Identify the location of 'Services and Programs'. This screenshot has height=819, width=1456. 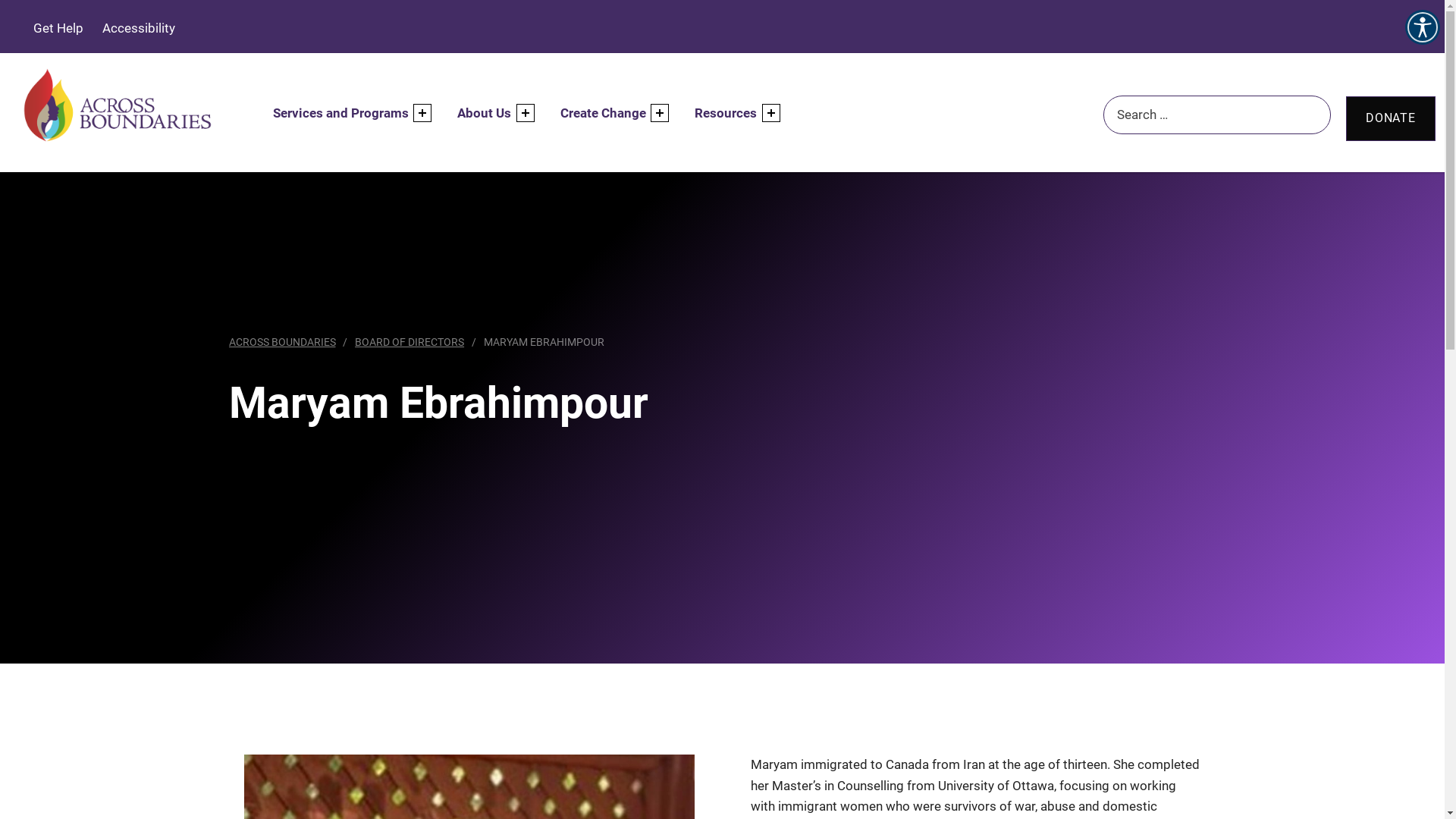
(342, 112).